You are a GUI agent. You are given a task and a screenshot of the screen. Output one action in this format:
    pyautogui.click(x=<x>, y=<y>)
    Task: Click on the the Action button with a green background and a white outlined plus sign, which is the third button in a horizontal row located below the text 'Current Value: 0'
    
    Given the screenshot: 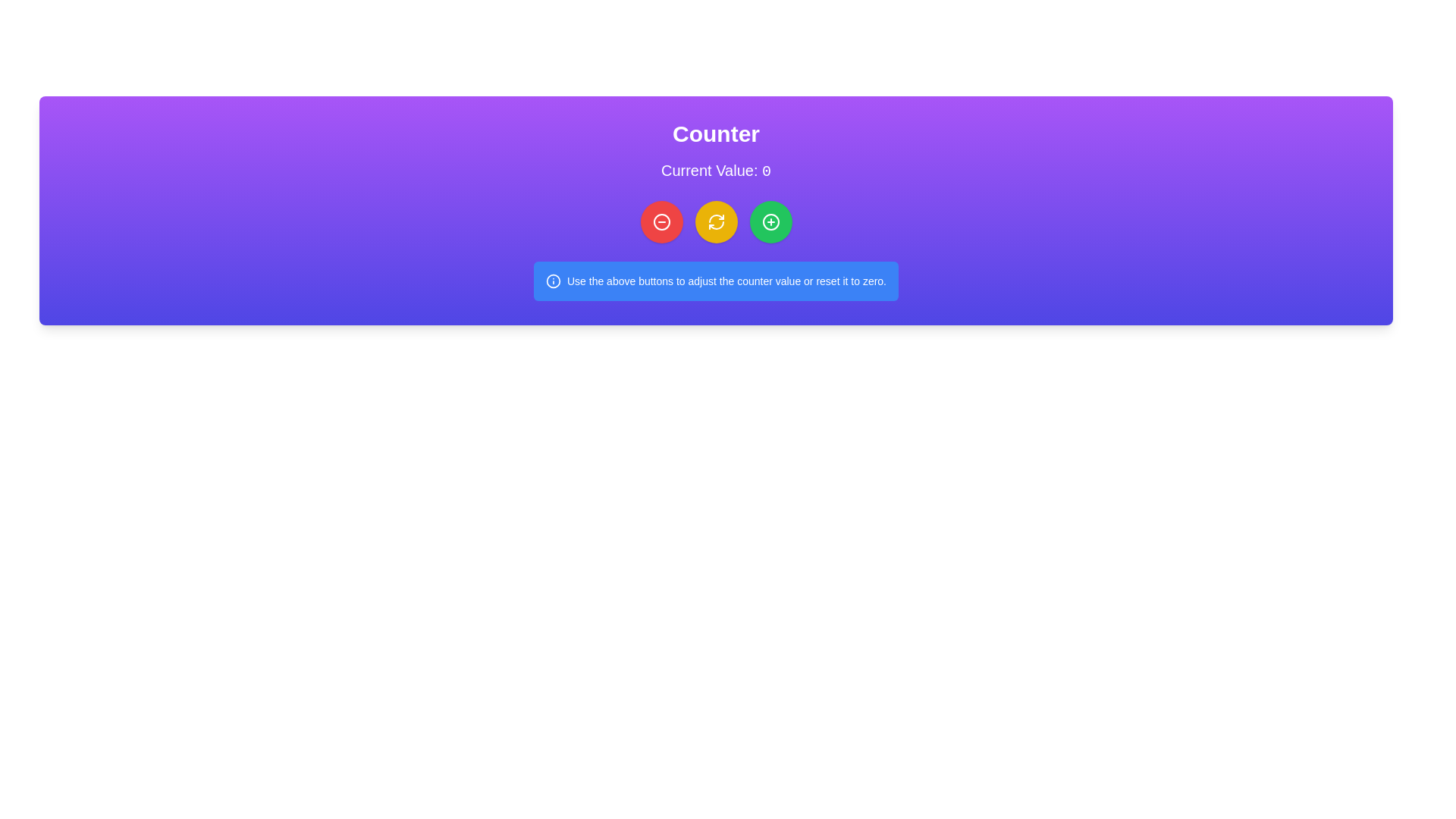 What is the action you would take?
    pyautogui.click(x=770, y=222)
    